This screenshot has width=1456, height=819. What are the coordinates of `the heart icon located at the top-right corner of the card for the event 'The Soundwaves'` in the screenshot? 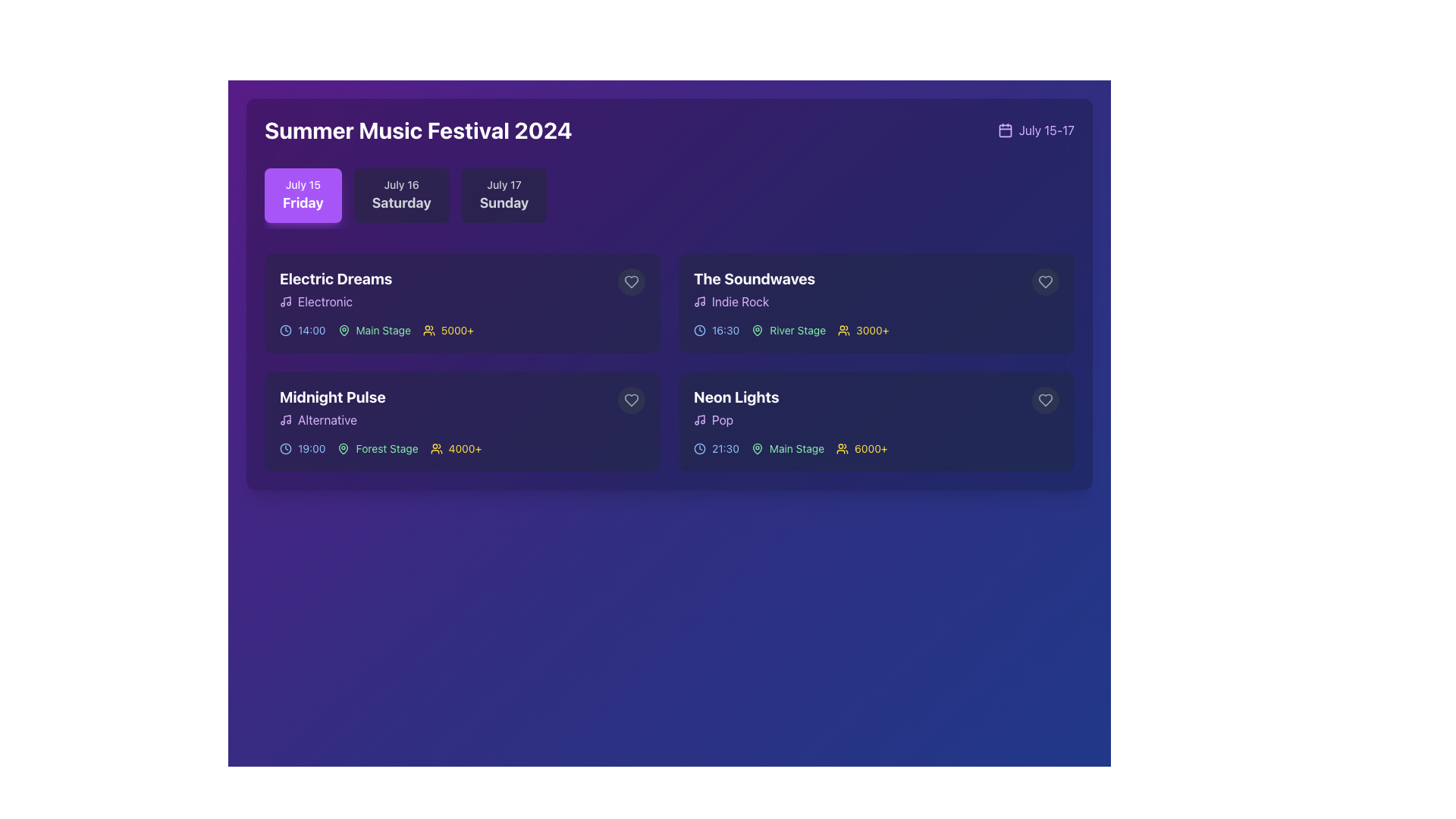 It's located at (1044, 281).